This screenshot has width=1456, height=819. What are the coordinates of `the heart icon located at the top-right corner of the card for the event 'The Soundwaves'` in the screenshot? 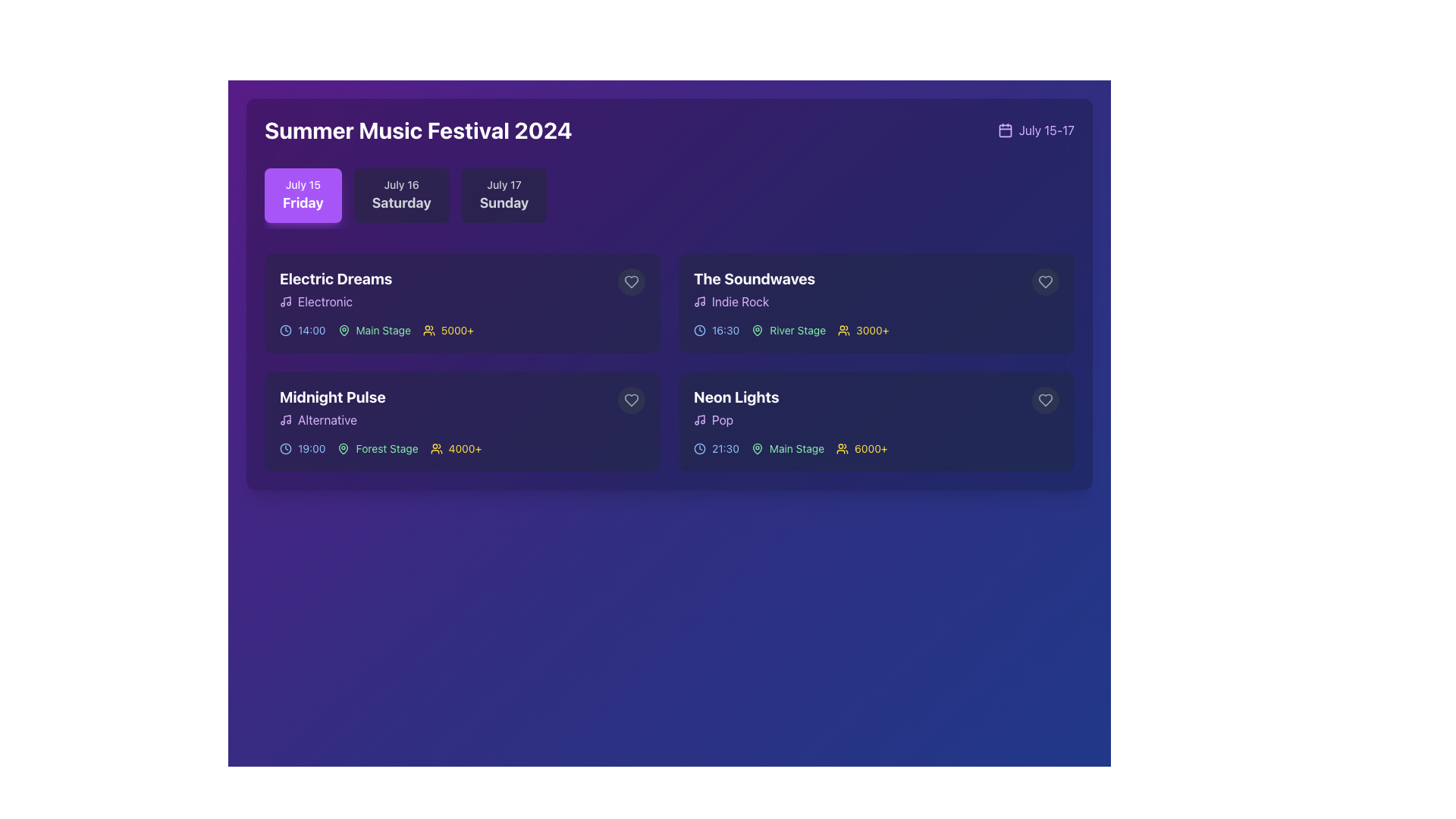 It's located at (1044, 281).